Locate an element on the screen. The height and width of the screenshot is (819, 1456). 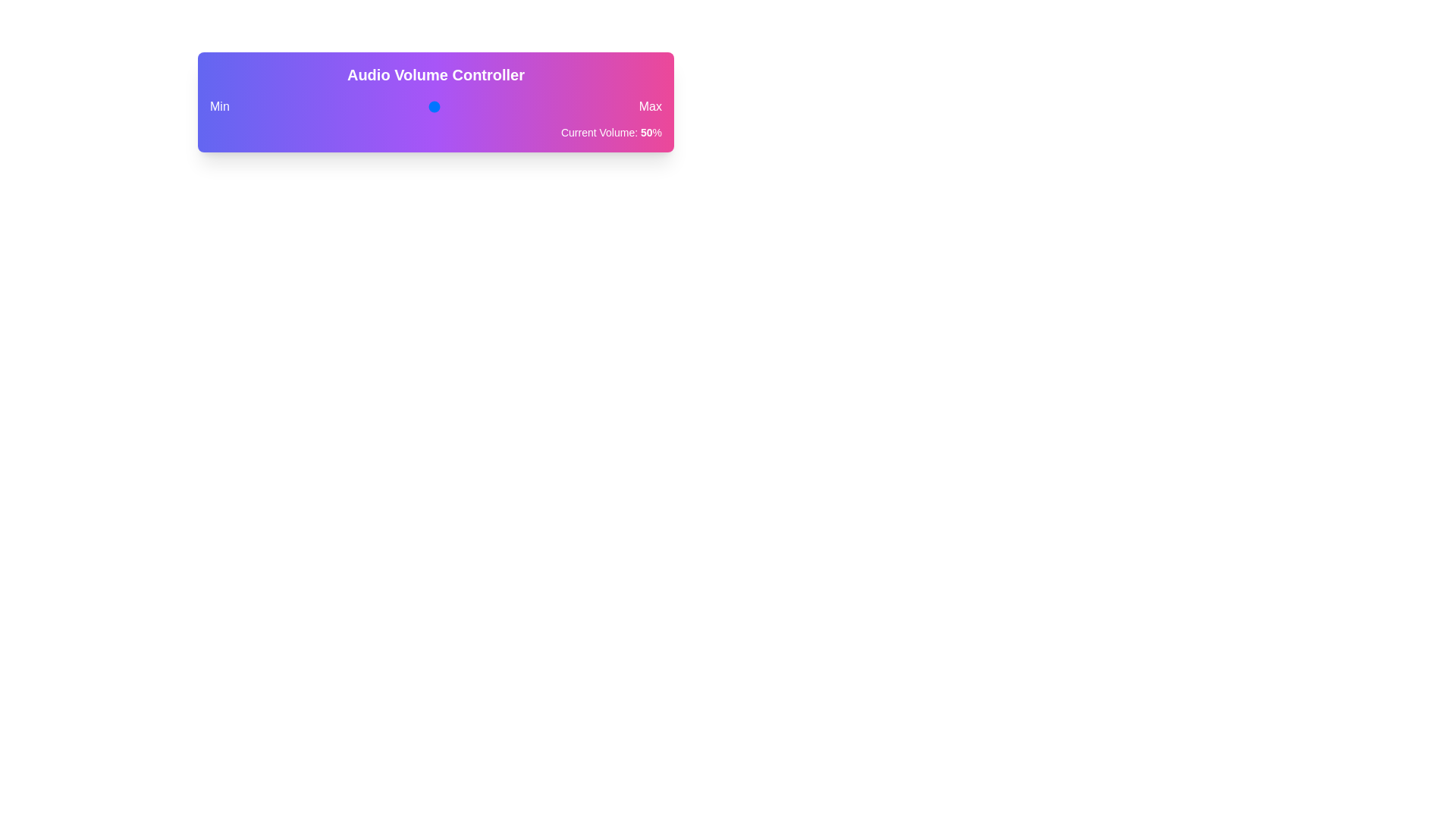
the volume slider to 27% is located at coordinates (345, 106).